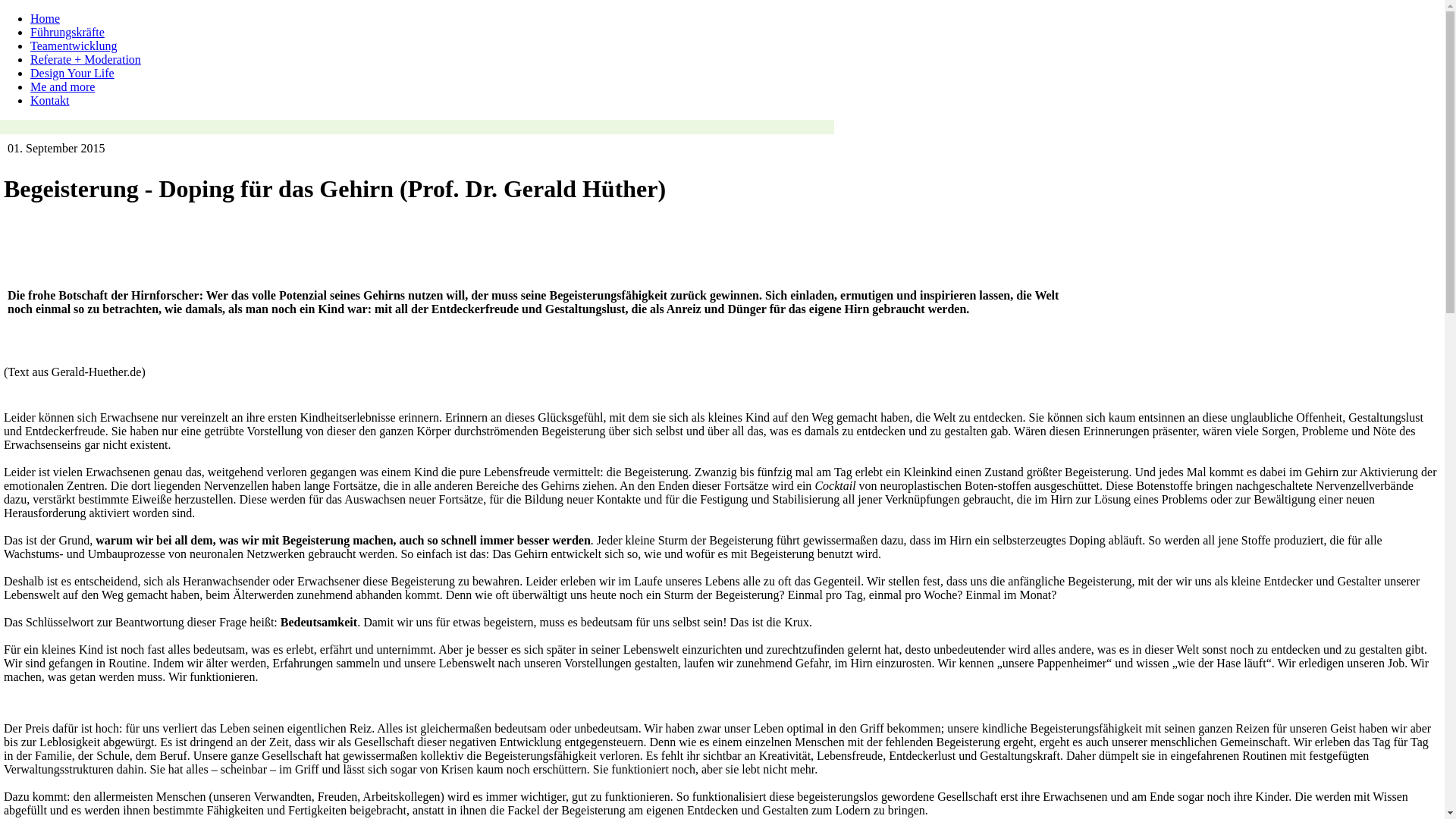 This screenshot has height=819, width=1456. What do you see at coordinates (61, 86) in the screenshot?
I see `'Me and more'` at bounding box center [61, 86].